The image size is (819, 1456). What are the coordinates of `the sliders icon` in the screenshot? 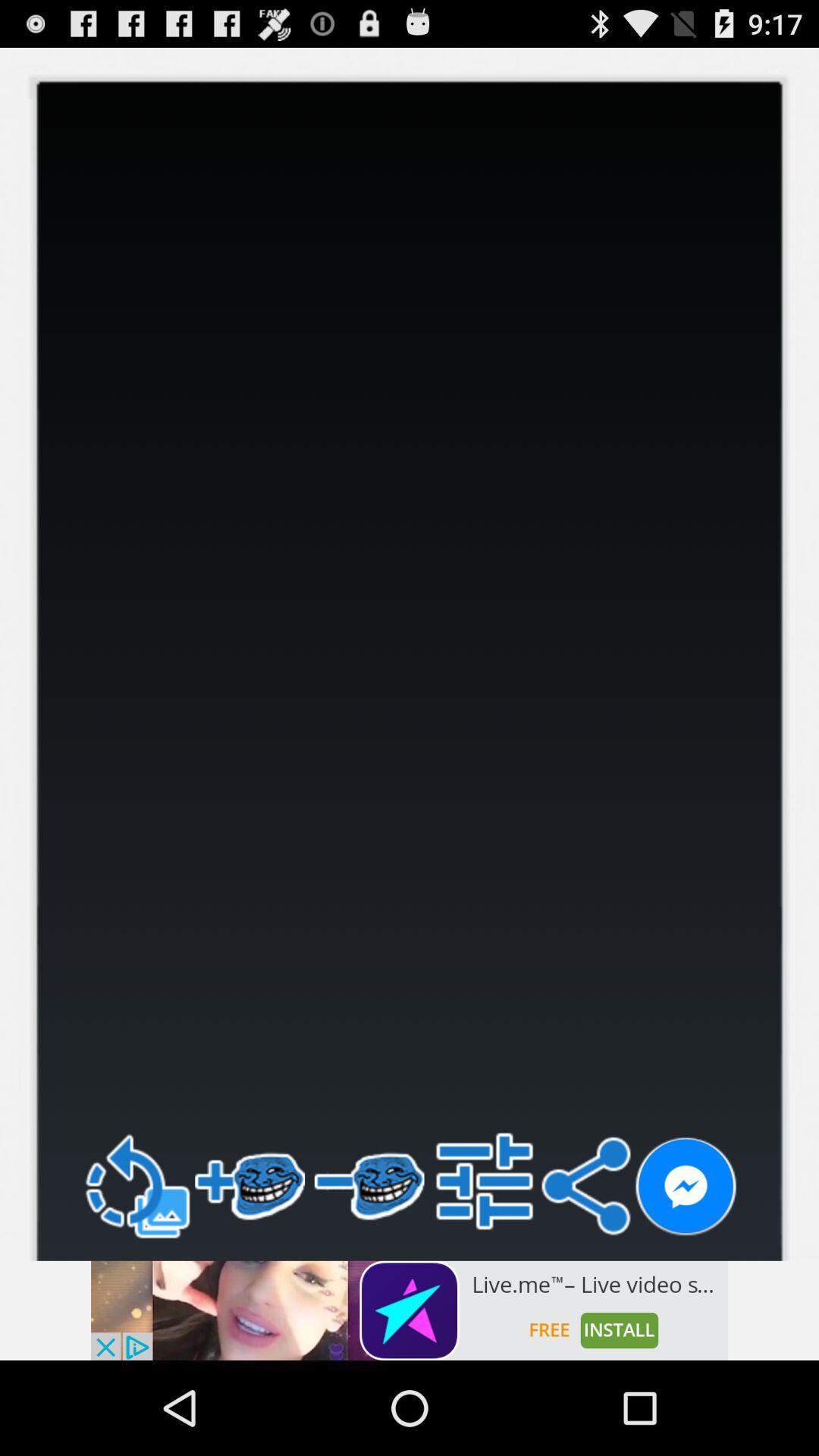 It's located at (485, 1264).